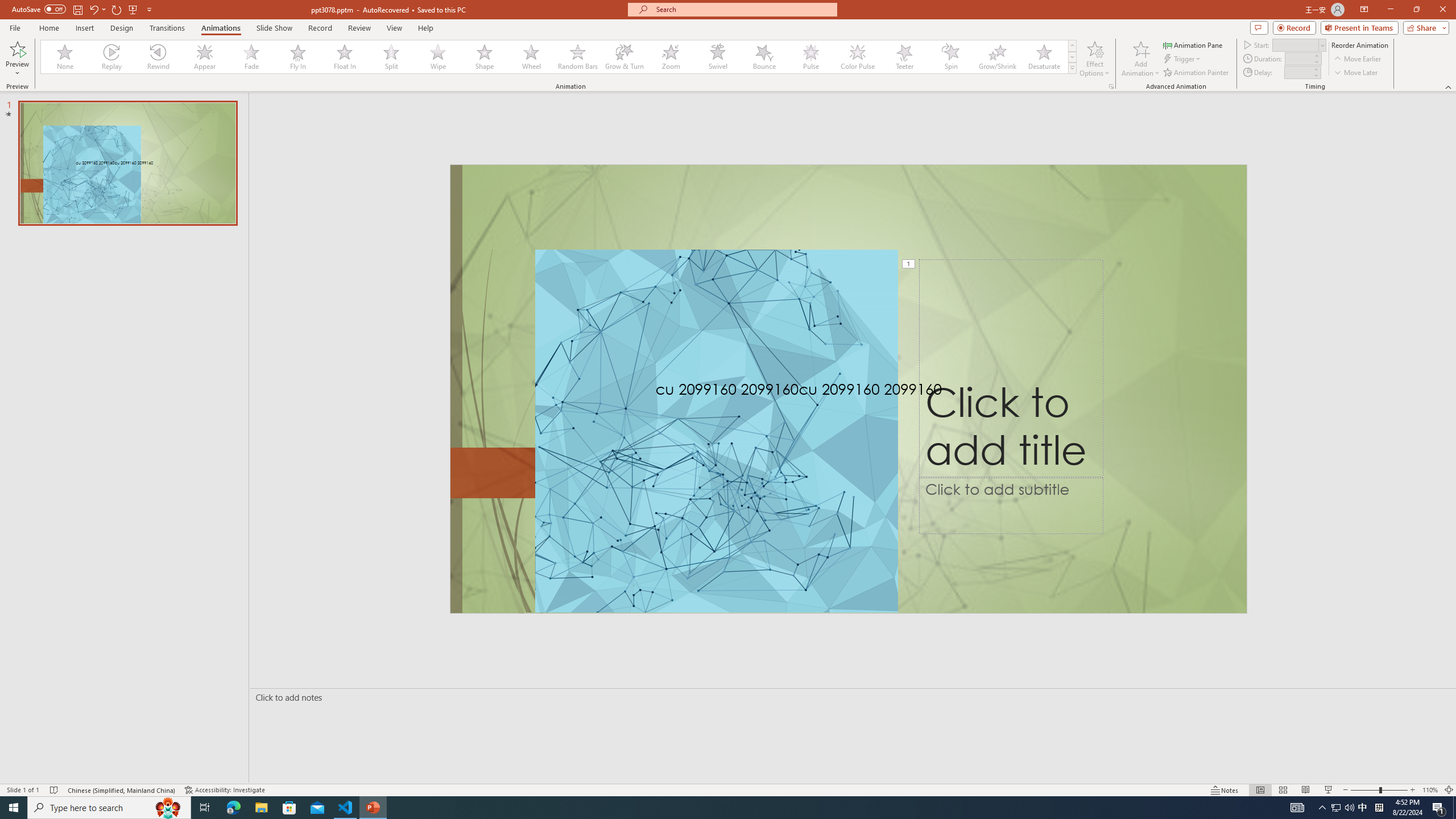  I want to click on 'Wheel', so click(531, 56).